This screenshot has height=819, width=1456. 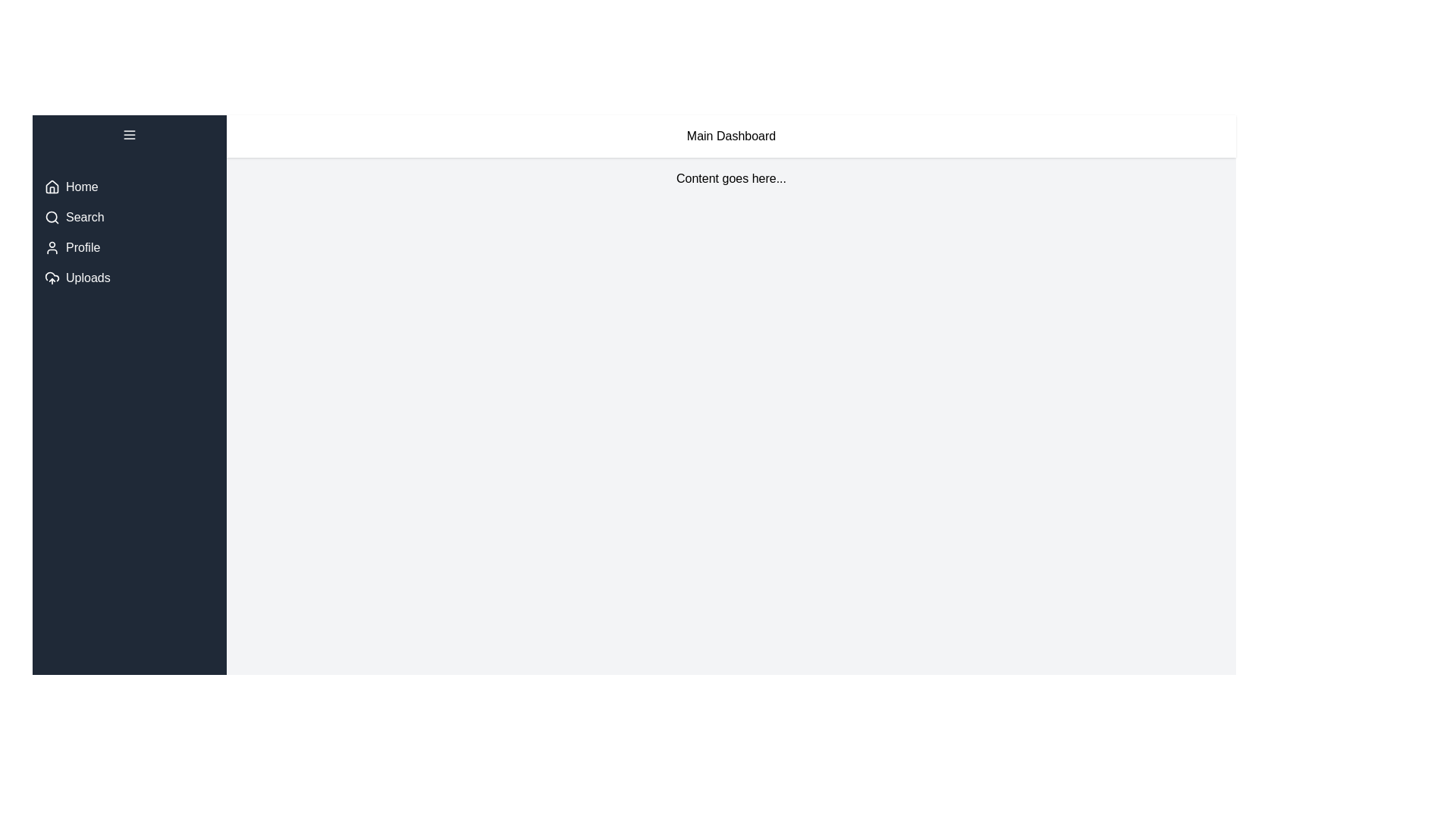 What do you see at coordinates (130, 137) in the screenshot?
I see `the menu toggle button located at the top-left corner of the sidebar, which is positioned above the navigation items such as 'Home', 'Search', etc` at bounding box center [130, 137].